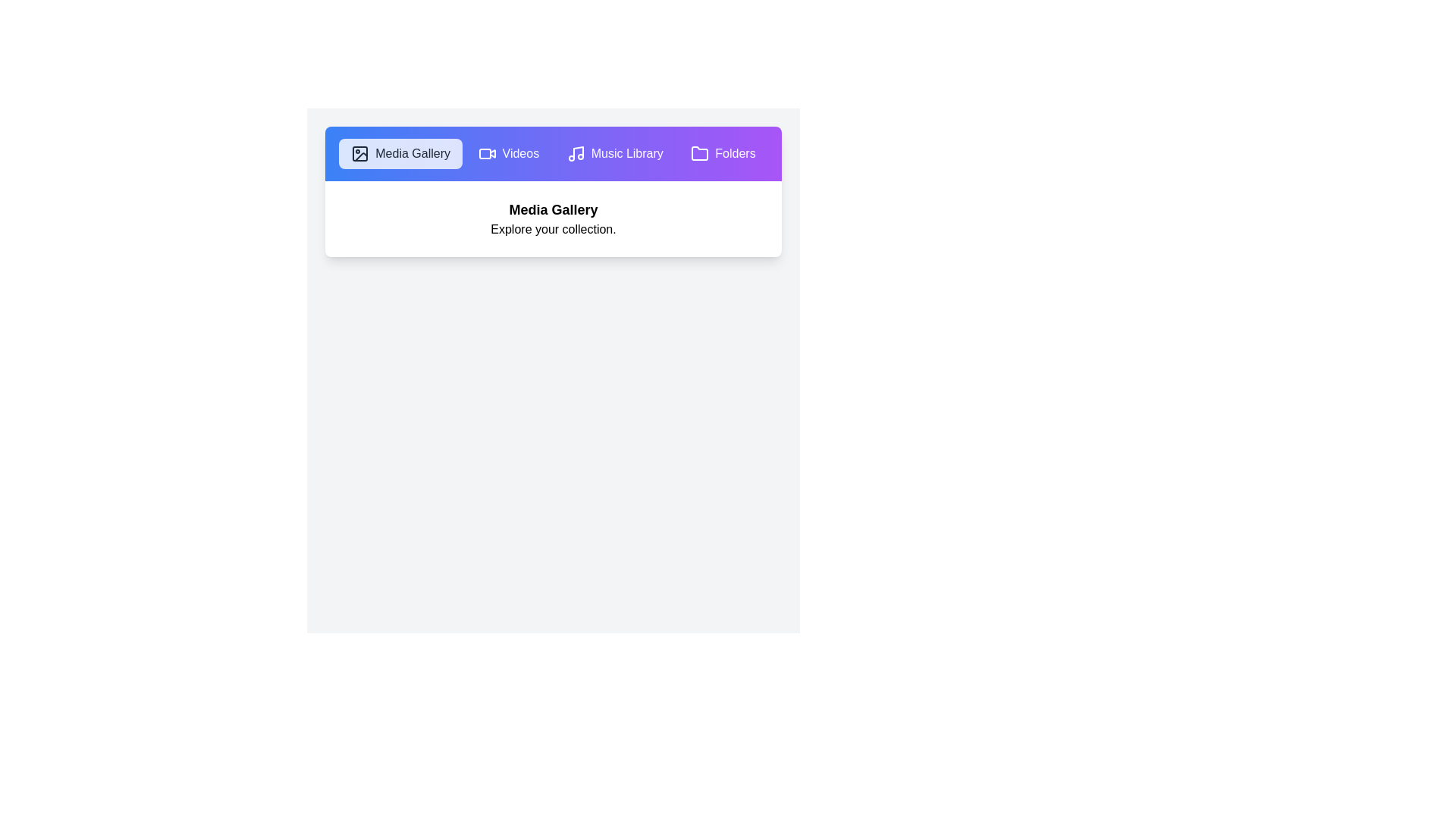  What do you see at coordinates (359, 154) in the screenshot?
I see `the small, square-shaped component with rounded corners that is part of the image icon on the leftmost position of the horizontal navigation bar` at bounding box center [359, 154].